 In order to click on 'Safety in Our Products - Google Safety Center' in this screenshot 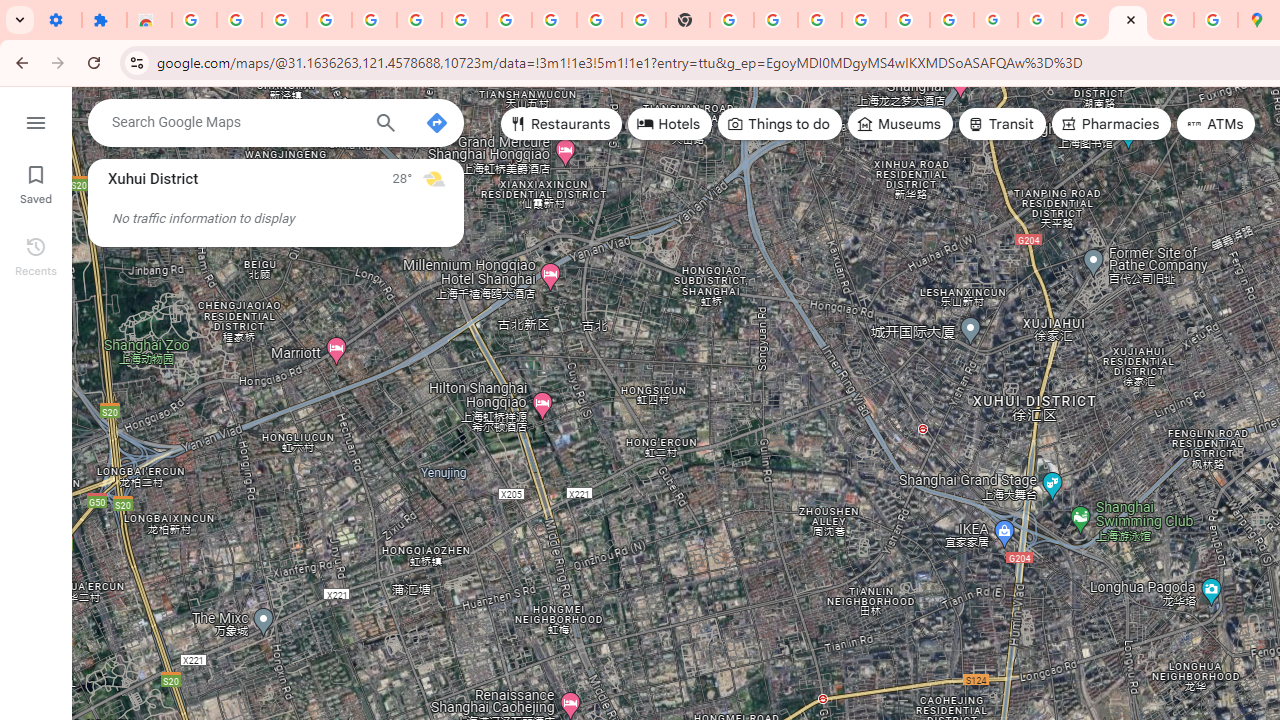, I will do `click(1215, 20)`.